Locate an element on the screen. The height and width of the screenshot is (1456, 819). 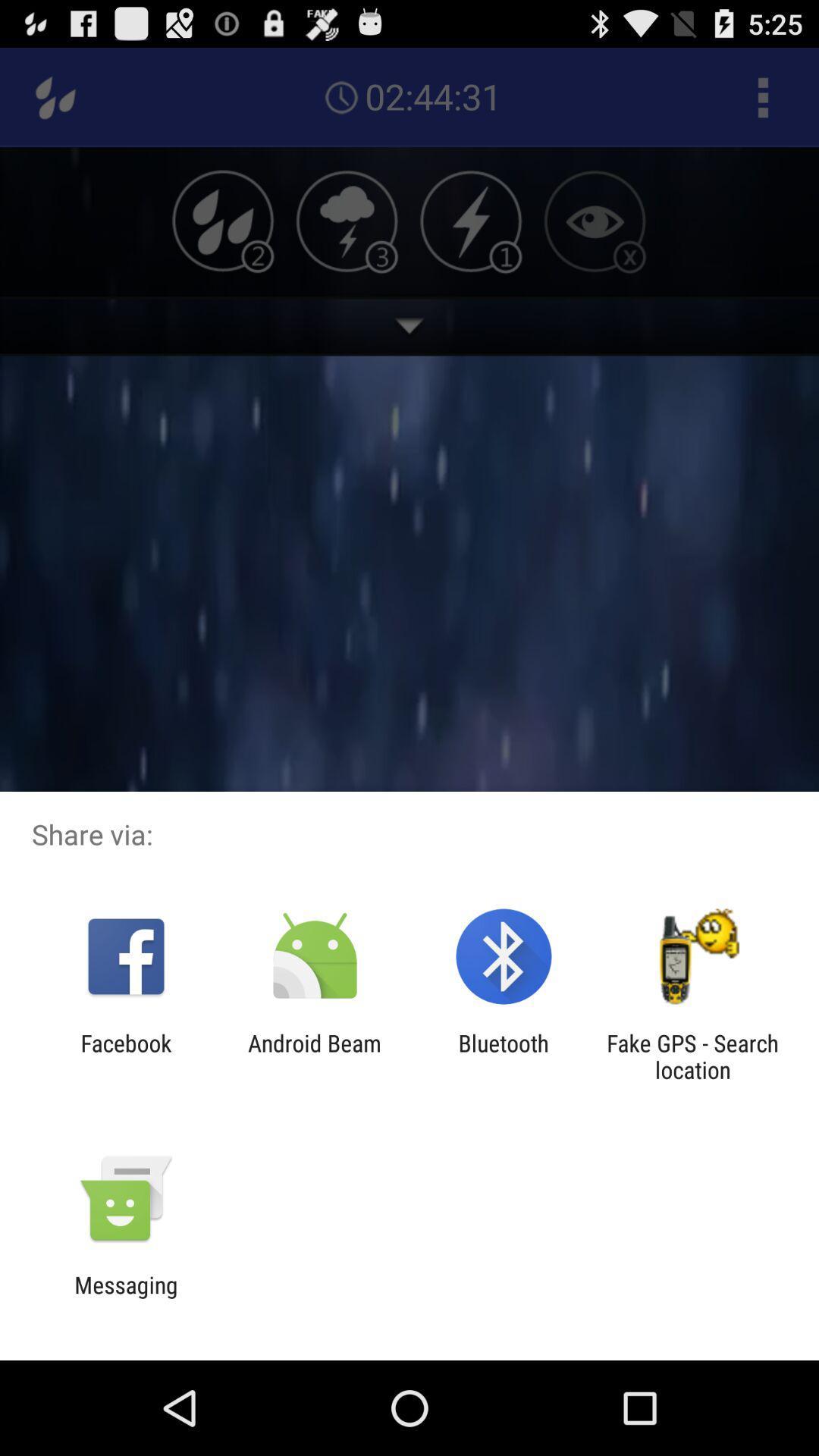
app next to the android beam icon is located at coordinates (125, 1056).